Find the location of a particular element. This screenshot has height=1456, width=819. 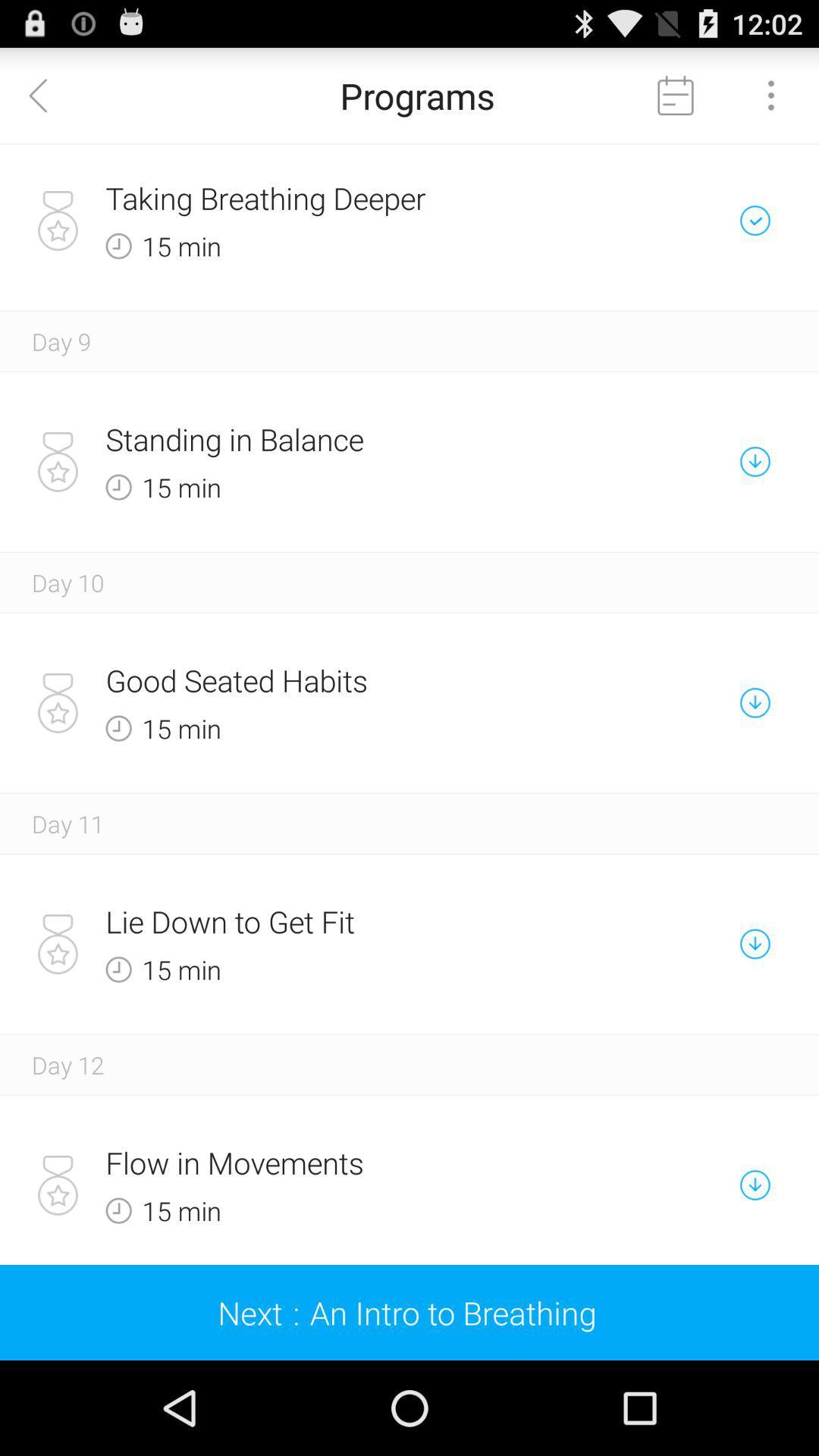

the day 12 item is located at coordinates (67, 1064).